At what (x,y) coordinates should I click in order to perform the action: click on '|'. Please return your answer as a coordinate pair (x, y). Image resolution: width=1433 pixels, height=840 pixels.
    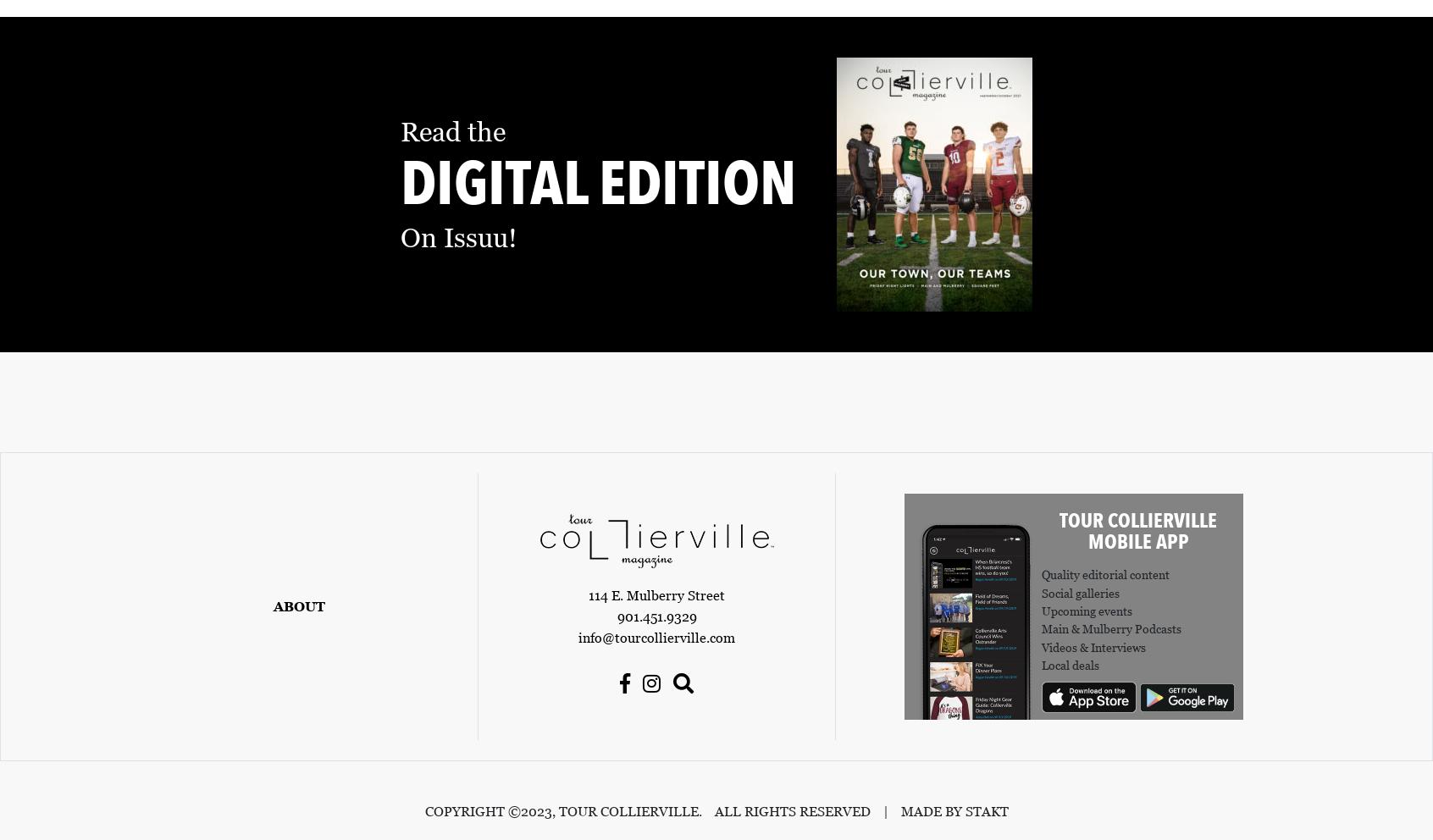
    Looking at the image, I should click on (881, 811).